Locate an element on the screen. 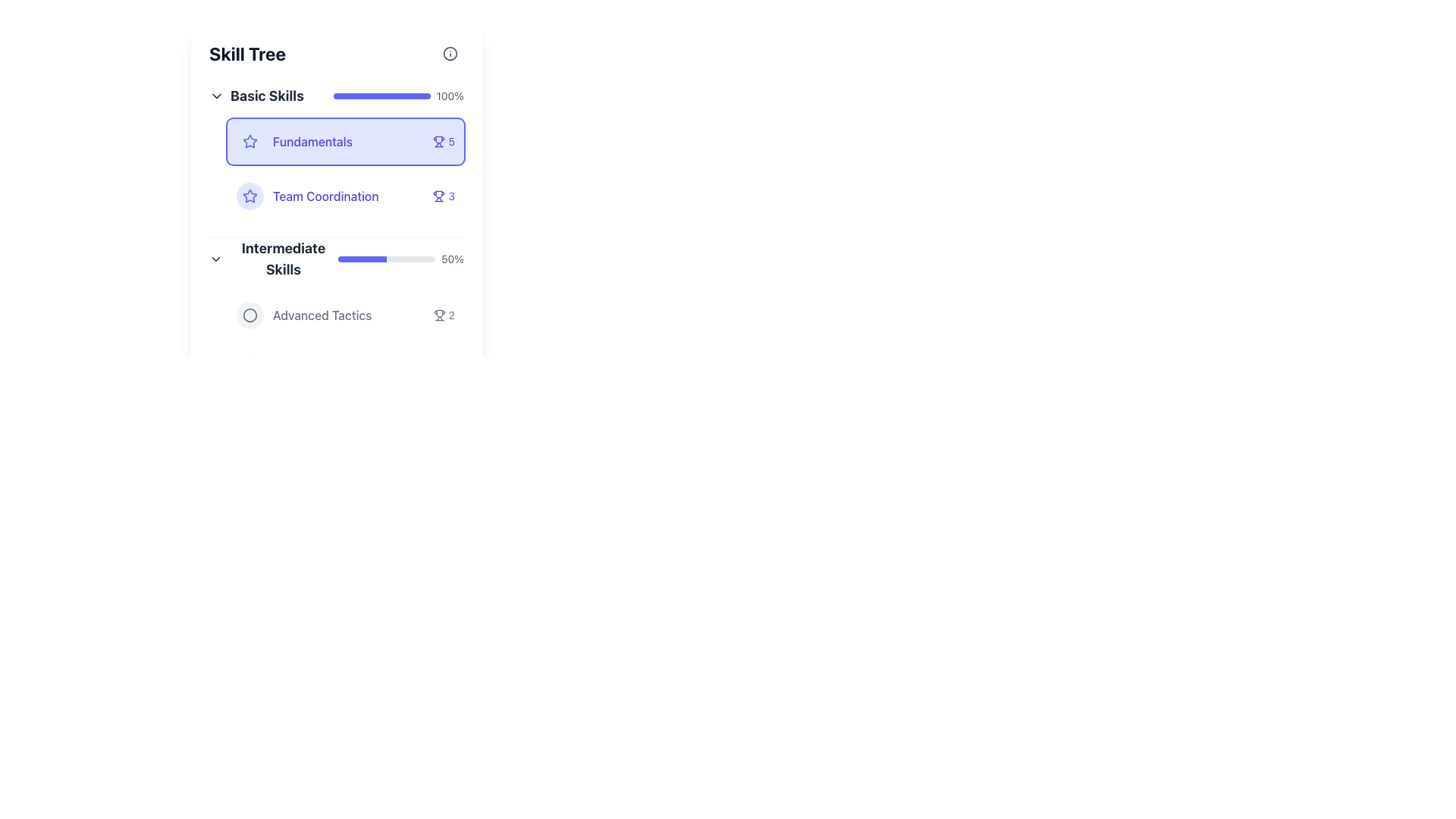 This screenshot has height=819, width=1456. the circular button with an information icon located at the top-right corner of the 'Skill Tree' section is located at coordinates (450, 52).